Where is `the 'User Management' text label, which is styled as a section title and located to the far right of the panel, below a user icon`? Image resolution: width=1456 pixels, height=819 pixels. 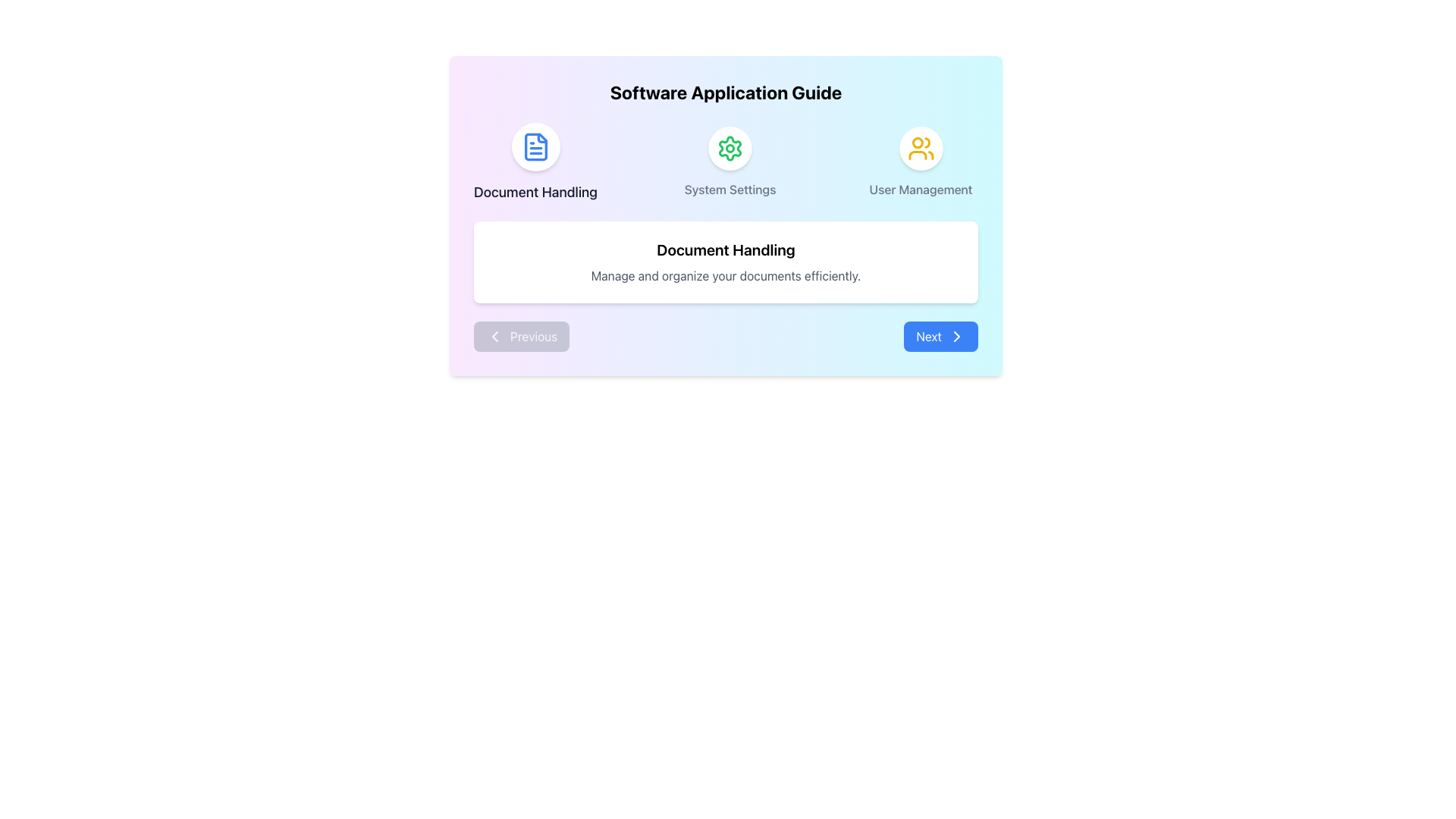 the 'User Management' text label, which is styled as a section title and located to the far right of the panel, below a user icon is located at coordinates (920, 189).